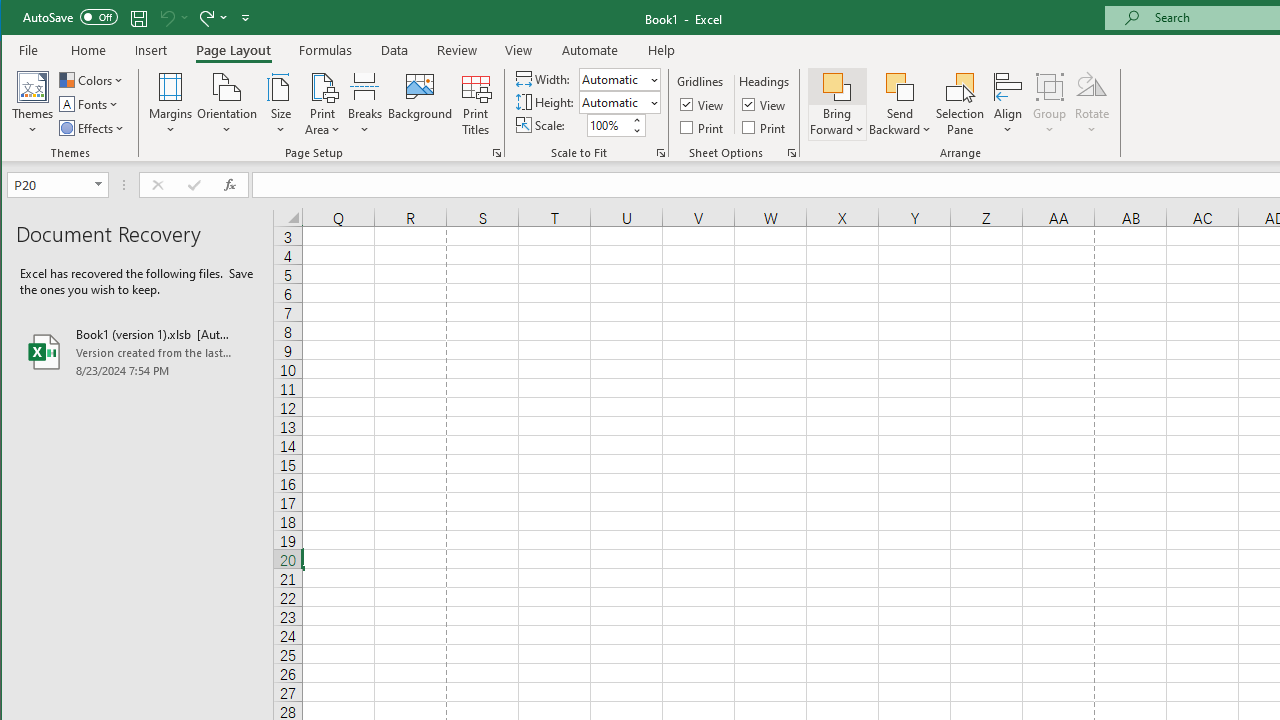 Image resolution: width=1280 pixels, height=720 pixels. What do you see at coordinates (170, 104) in the screenshot?
I see `'Margins'` at bounding box center [170, 104].